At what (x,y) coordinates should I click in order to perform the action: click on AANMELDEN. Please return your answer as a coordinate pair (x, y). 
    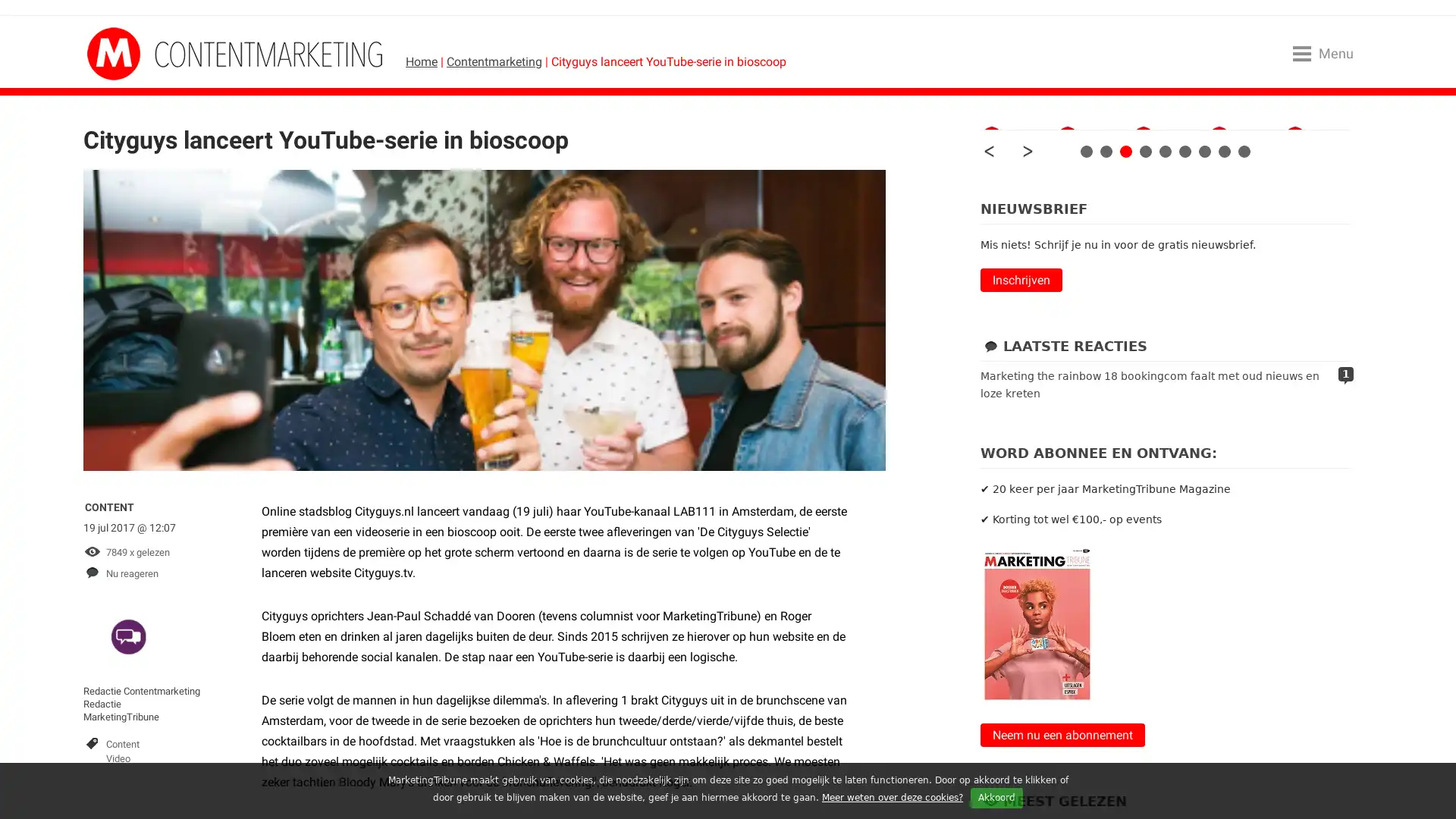
    Looking at the image, I should click on (1326, 772).